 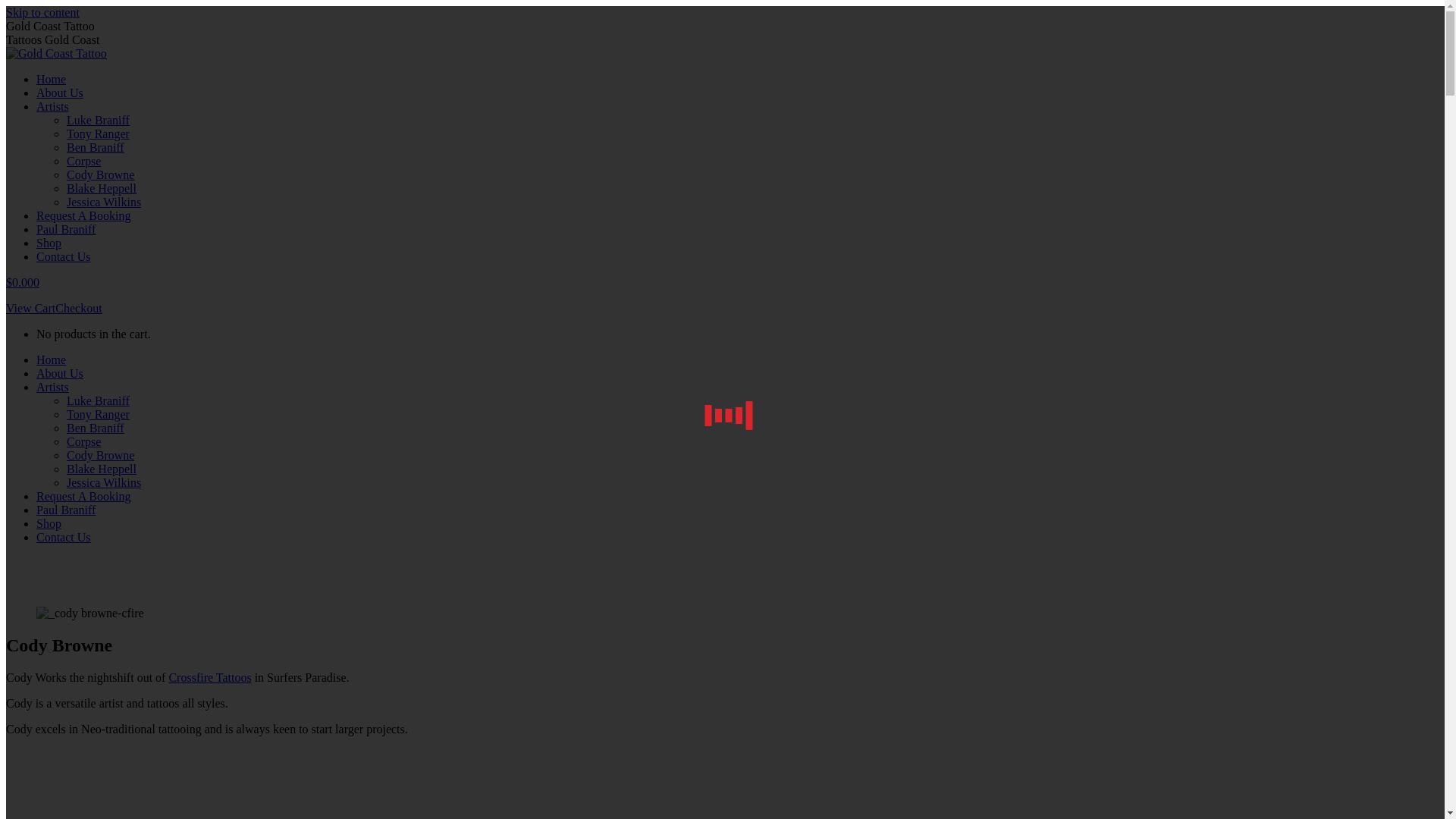 I want to click on 'Paul Braniff', so click(x=36, y=229).